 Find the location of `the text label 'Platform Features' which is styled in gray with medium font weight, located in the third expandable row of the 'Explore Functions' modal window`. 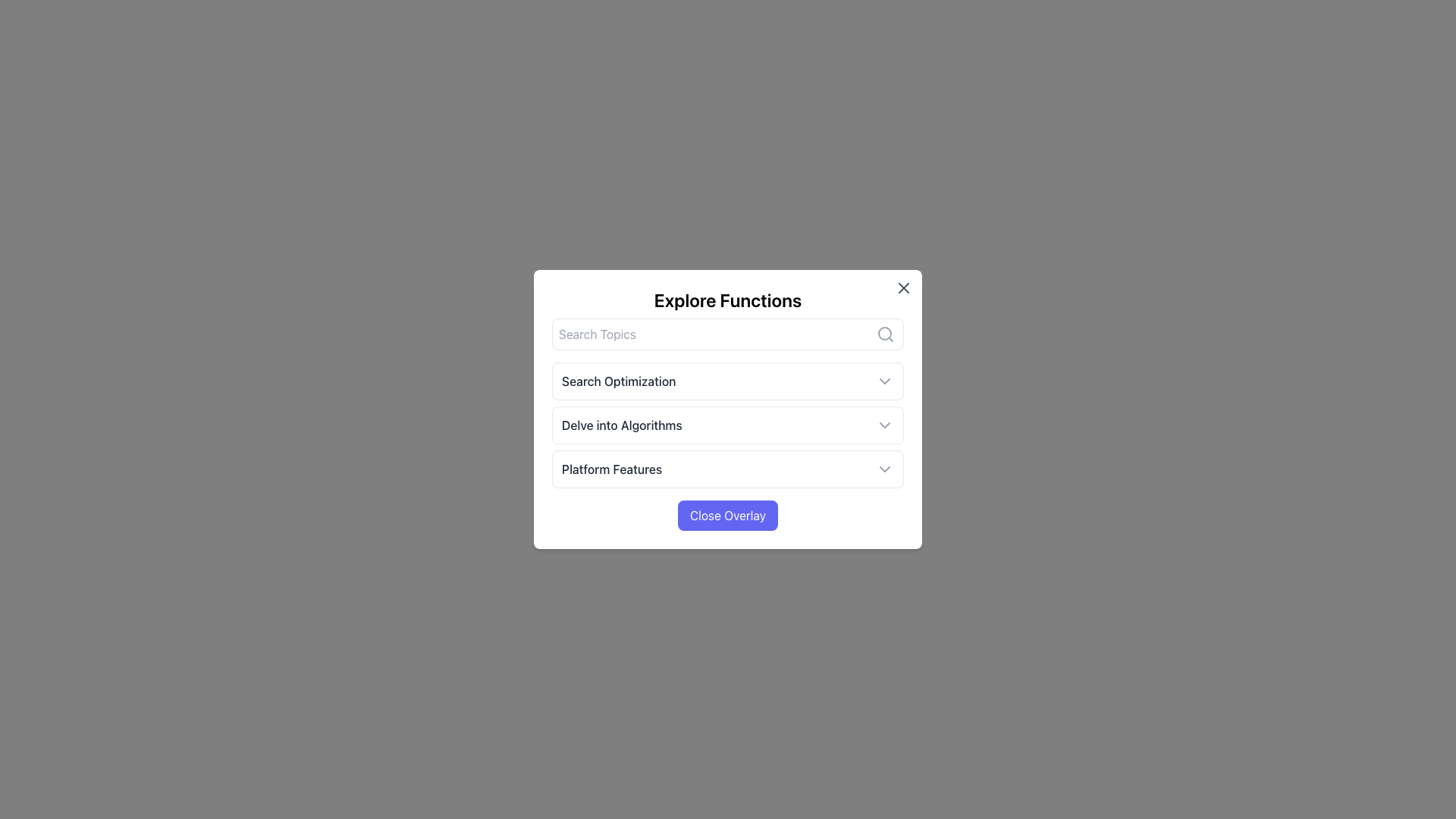

the text label 'Platform Features' which is styled in gray with medium font weight, located in the third expandable row of the 'Explore Functions' modal window is located at coordinates (612, 468).